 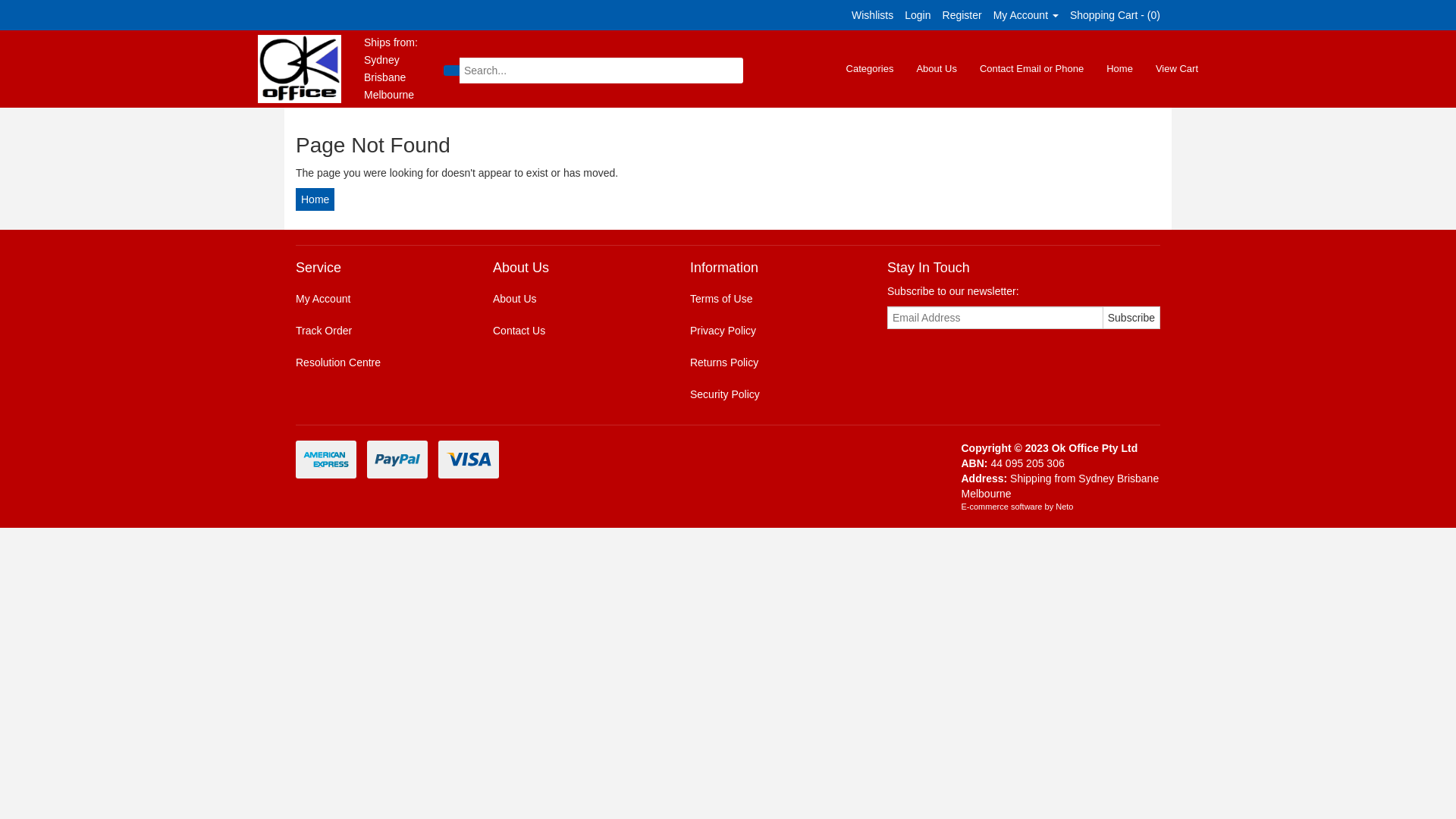 I want to click on 'Shopping Cart - (0)', so click(x=1115, y=14).